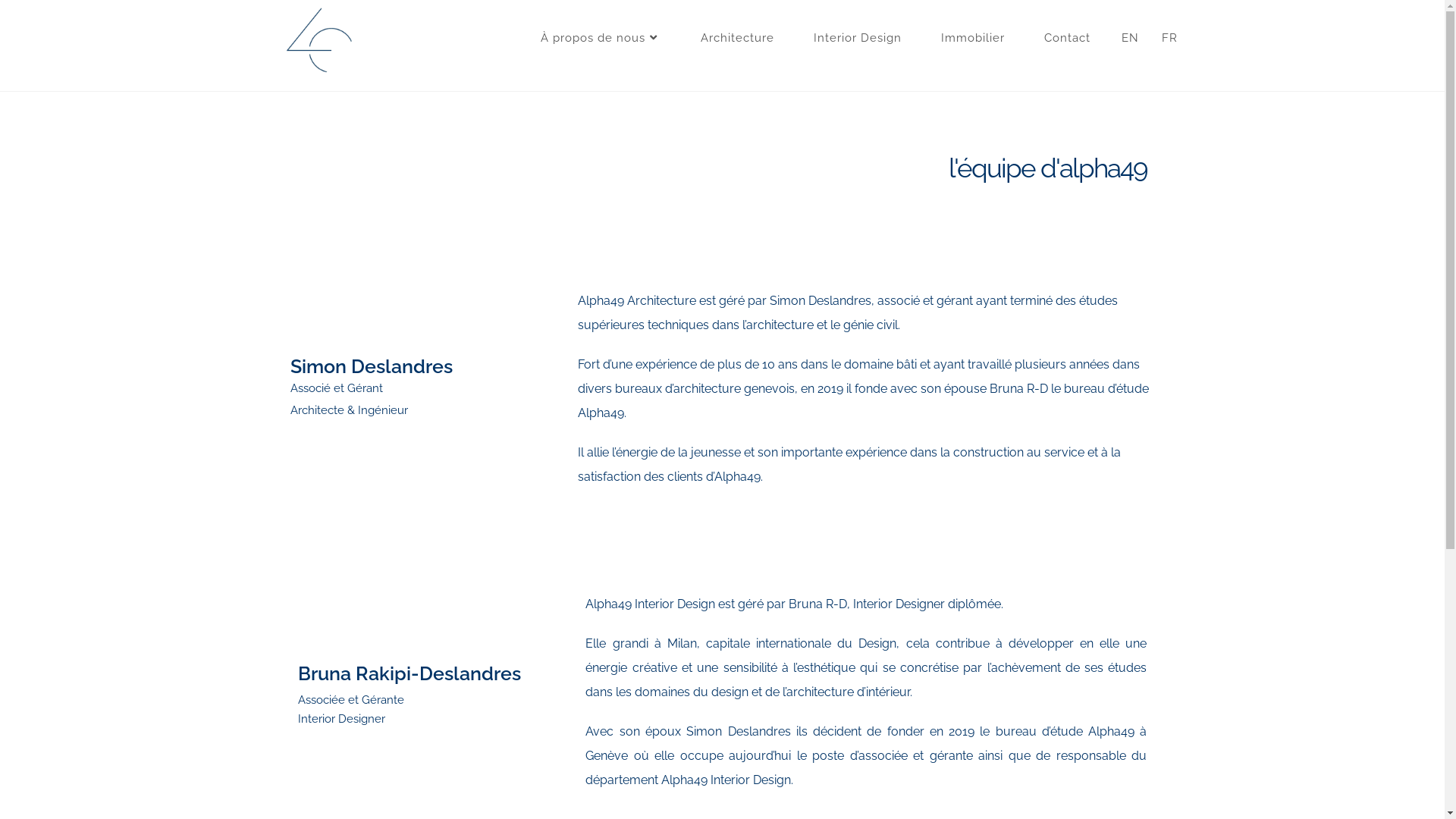 The width and height of the screenshot is (1456, 819). I want to click on 'Immobilier', so click(971, 37).